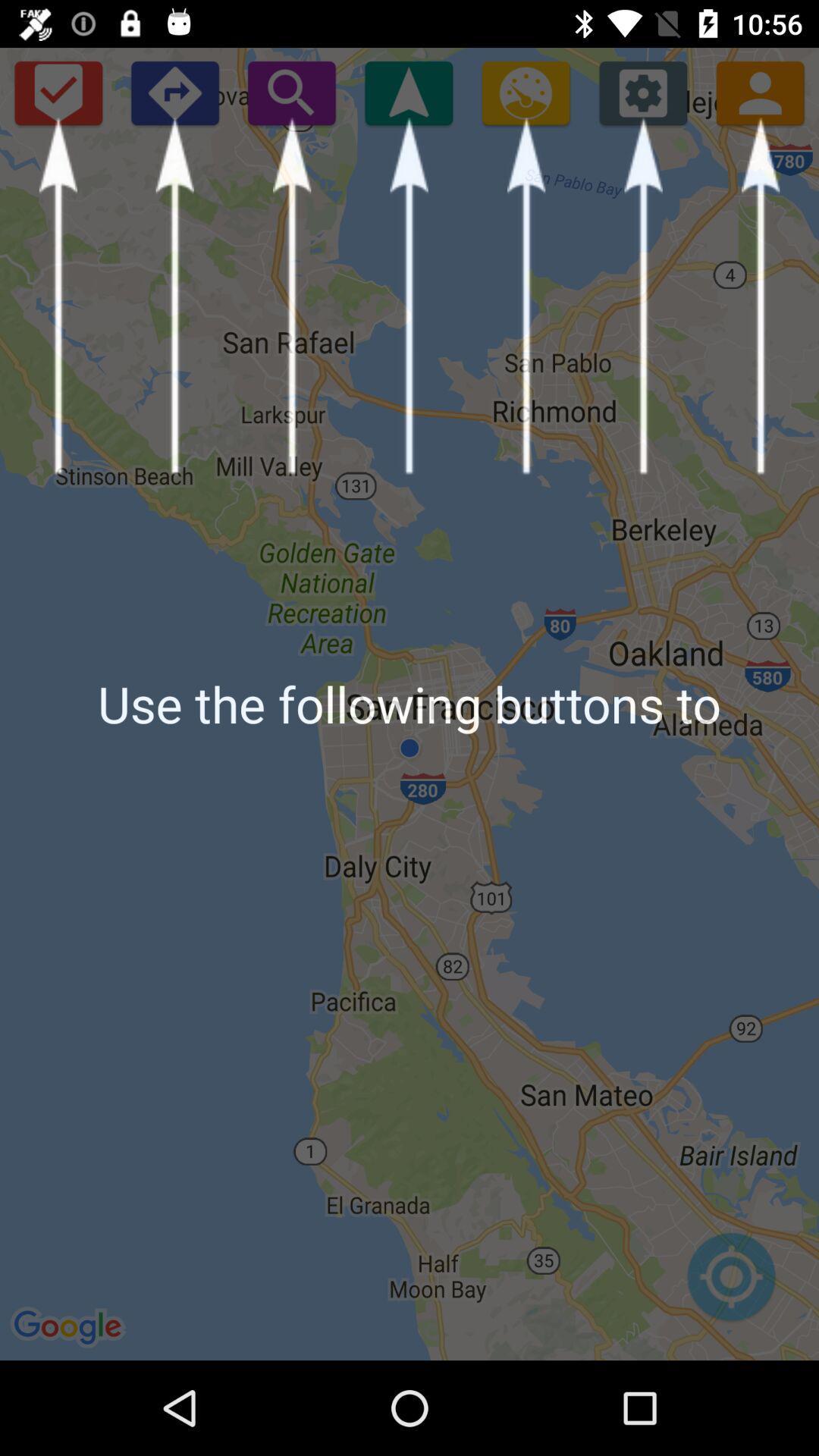 This screenshot has height=1456, width=819. Describe the element at coordinates (174, 92) in the screenshot. I see `the redo icon` at that location.